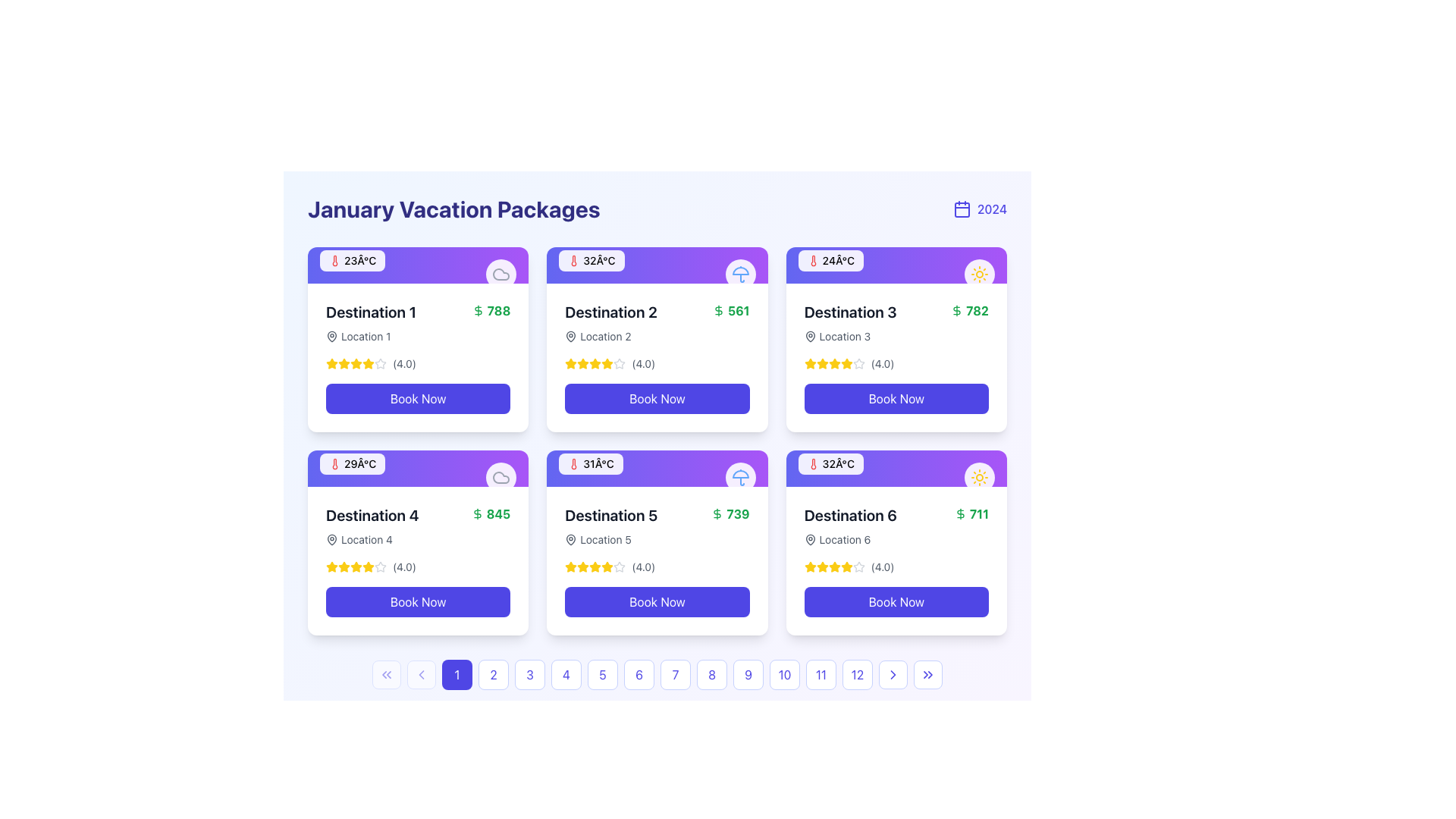 The height and width of the screenshot is (819, 1456). Describe the element at coordinates (979, 476) in the screenshot. I see `the details of the circular icon with a white background and a bright yellow sun-like graphic located in the top-right corner of the card labeled 'Destination 6'` at that location.